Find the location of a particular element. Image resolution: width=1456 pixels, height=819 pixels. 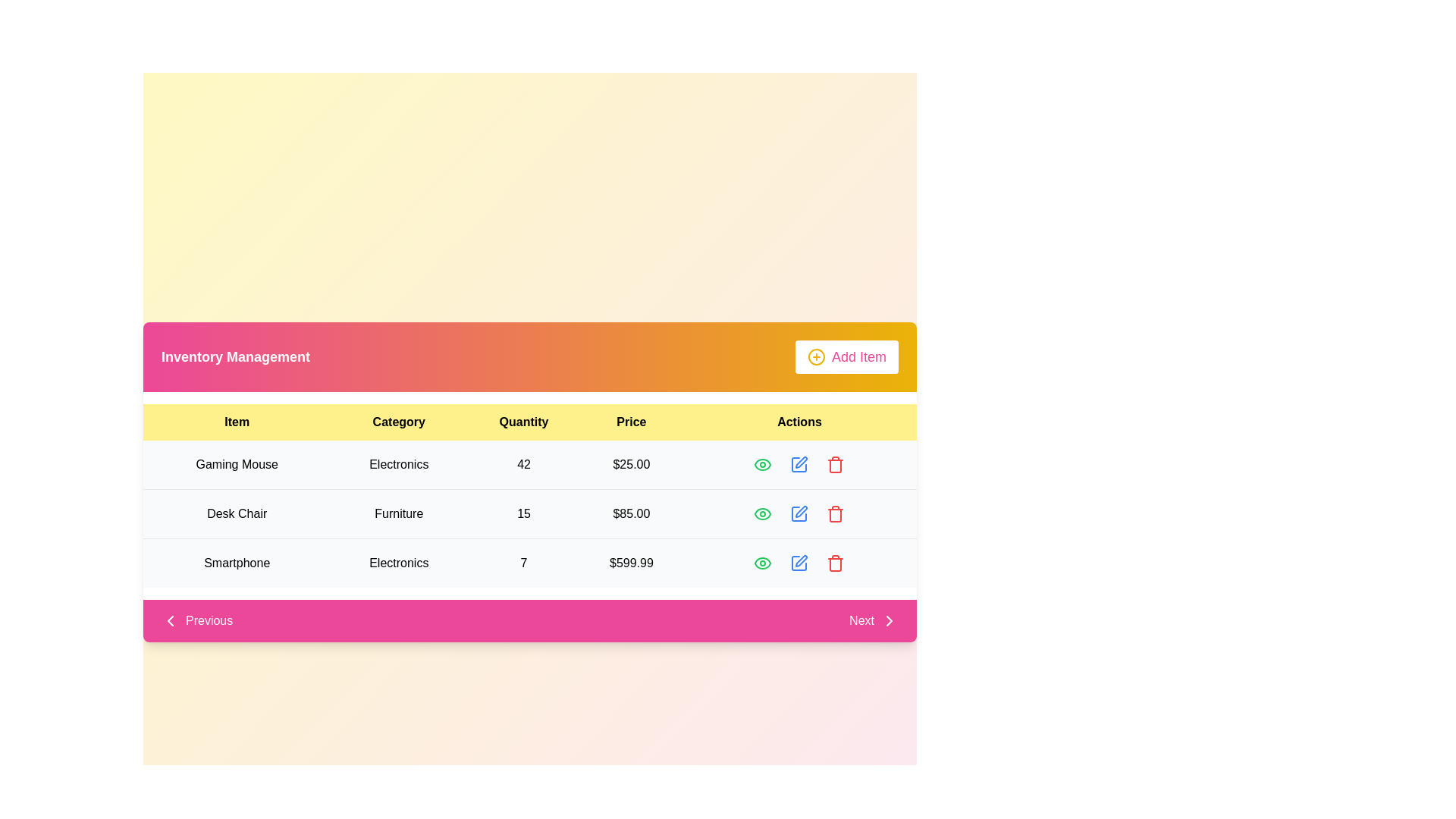

the center of the circular icon button with a yellow border and a '+' symbol, located in the top-right corner of the orange-to-yellow header above the inventory table is located at coordinates (815, 356).